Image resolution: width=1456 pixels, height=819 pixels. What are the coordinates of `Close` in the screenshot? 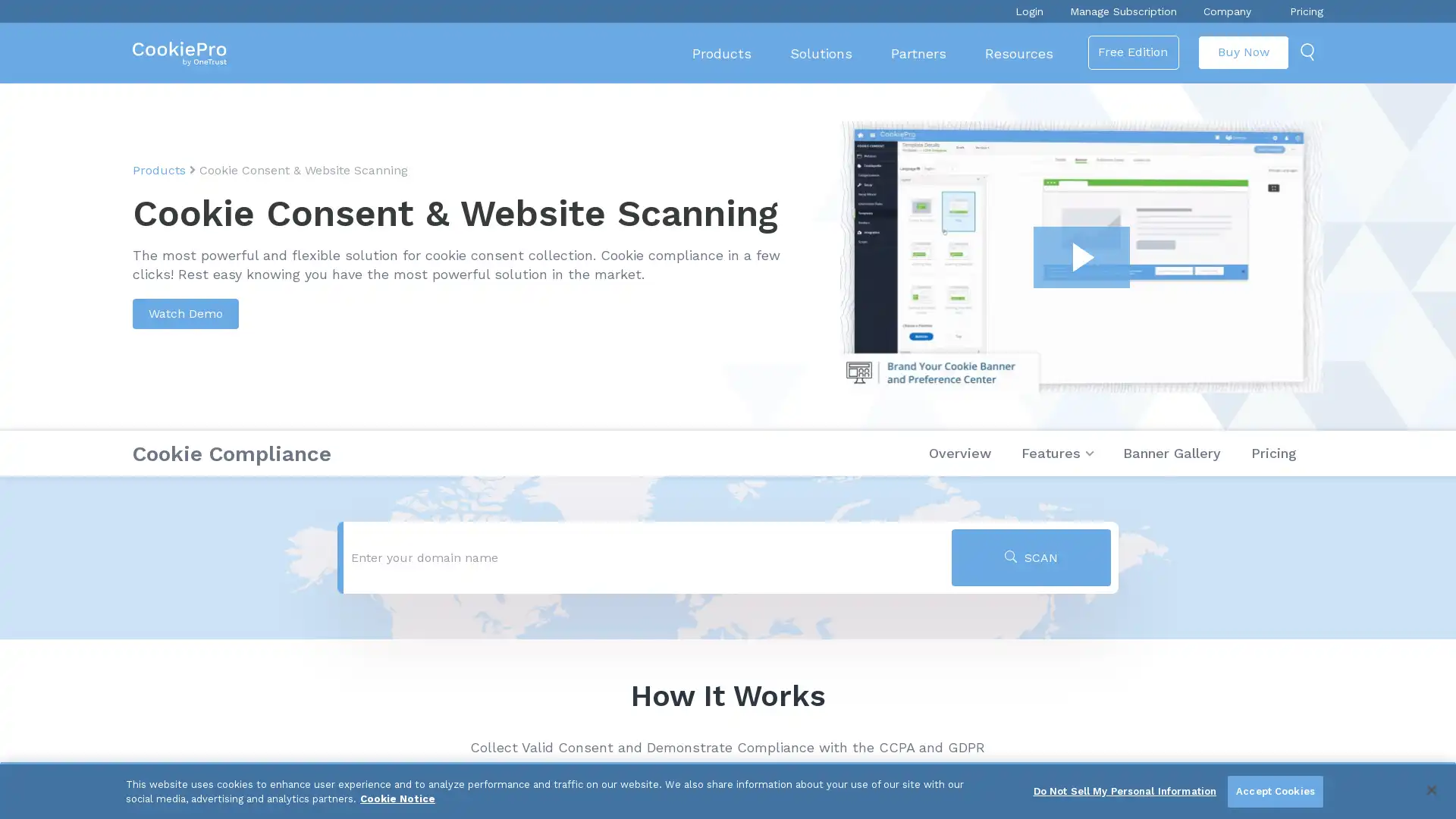 It's located at (1430, 789).